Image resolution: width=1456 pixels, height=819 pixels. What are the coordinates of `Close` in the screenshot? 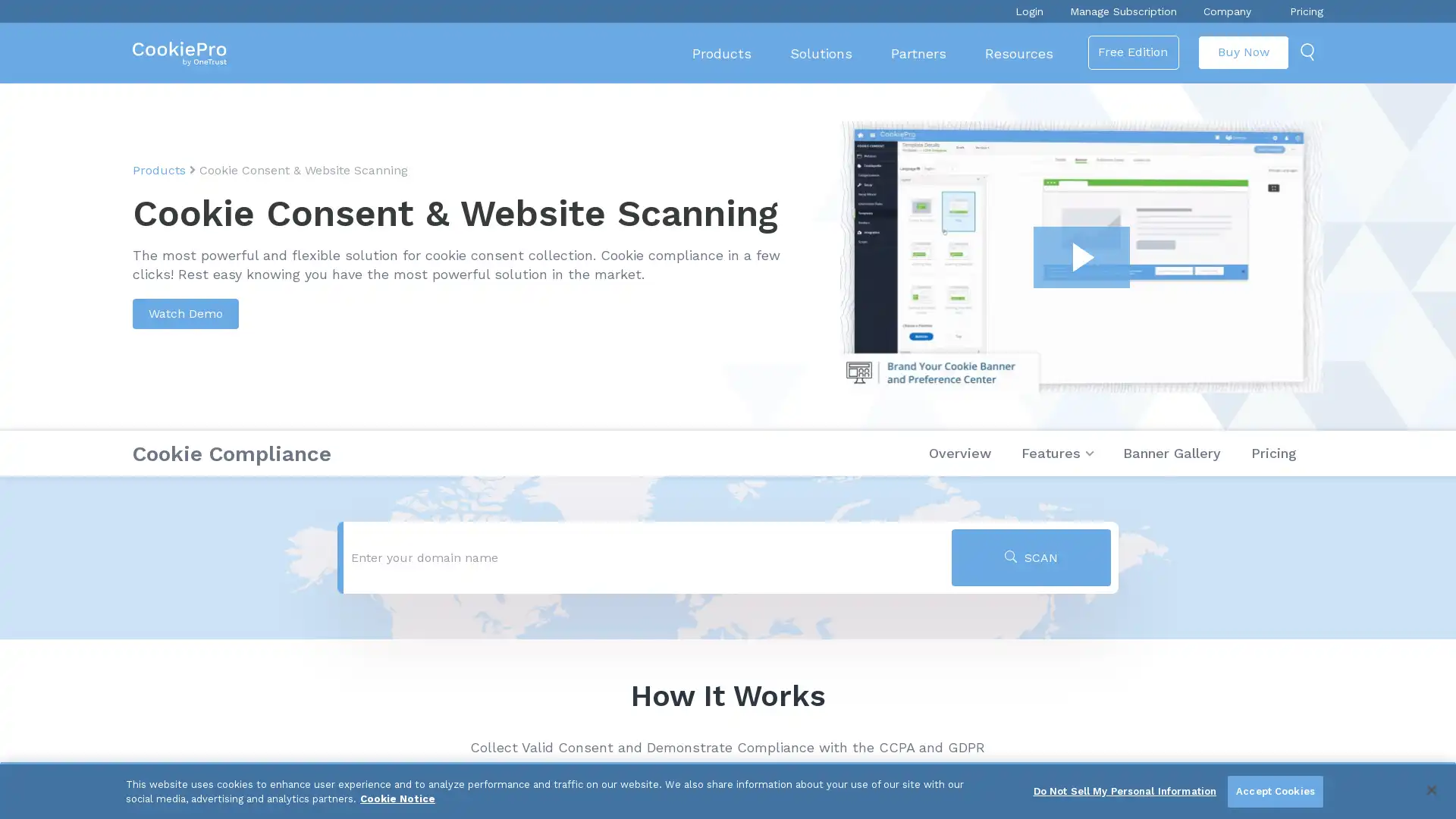 It's located at (1430, 789).